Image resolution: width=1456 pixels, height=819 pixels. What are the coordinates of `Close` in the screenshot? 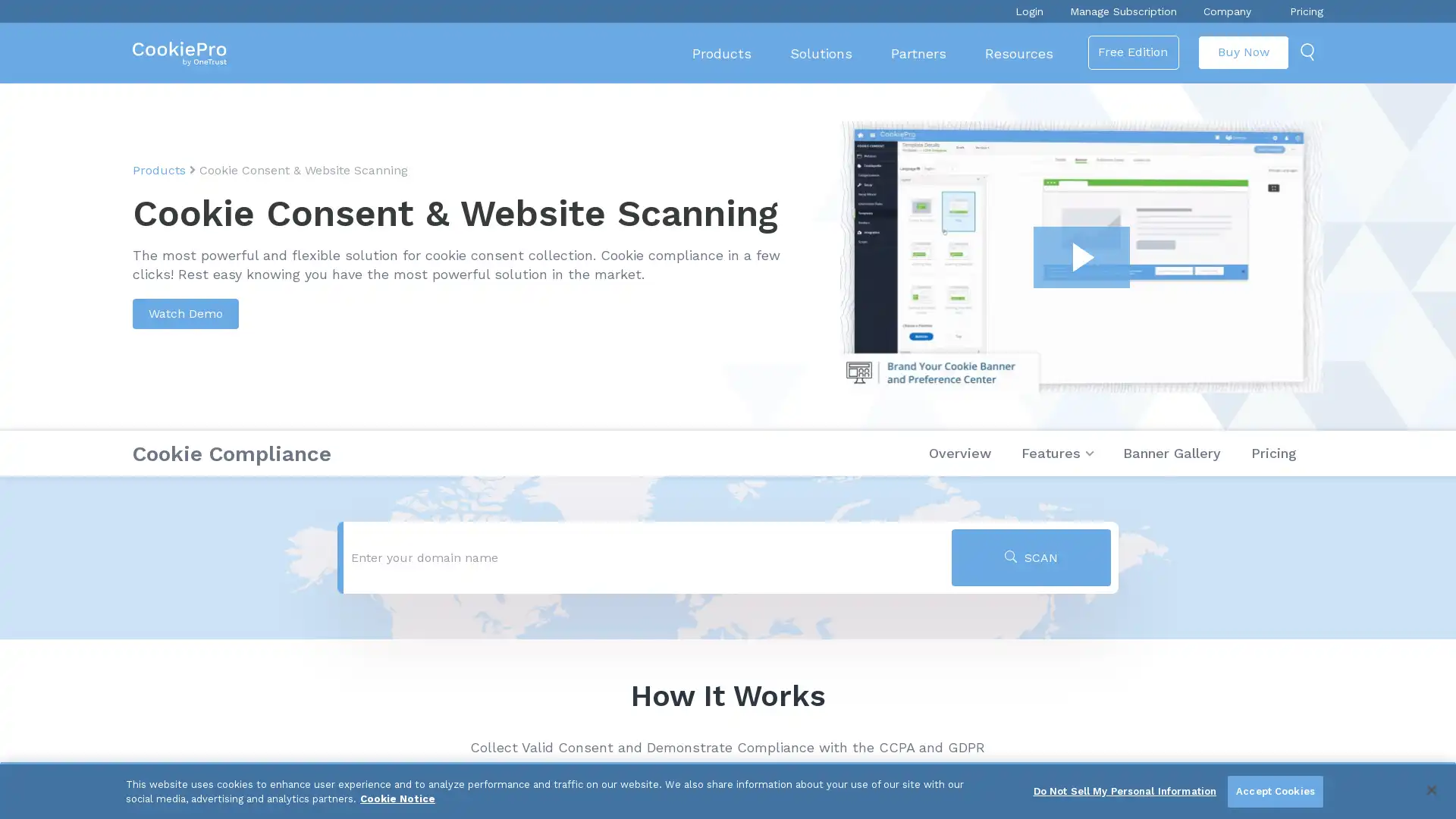 It's located at (1430, 789).